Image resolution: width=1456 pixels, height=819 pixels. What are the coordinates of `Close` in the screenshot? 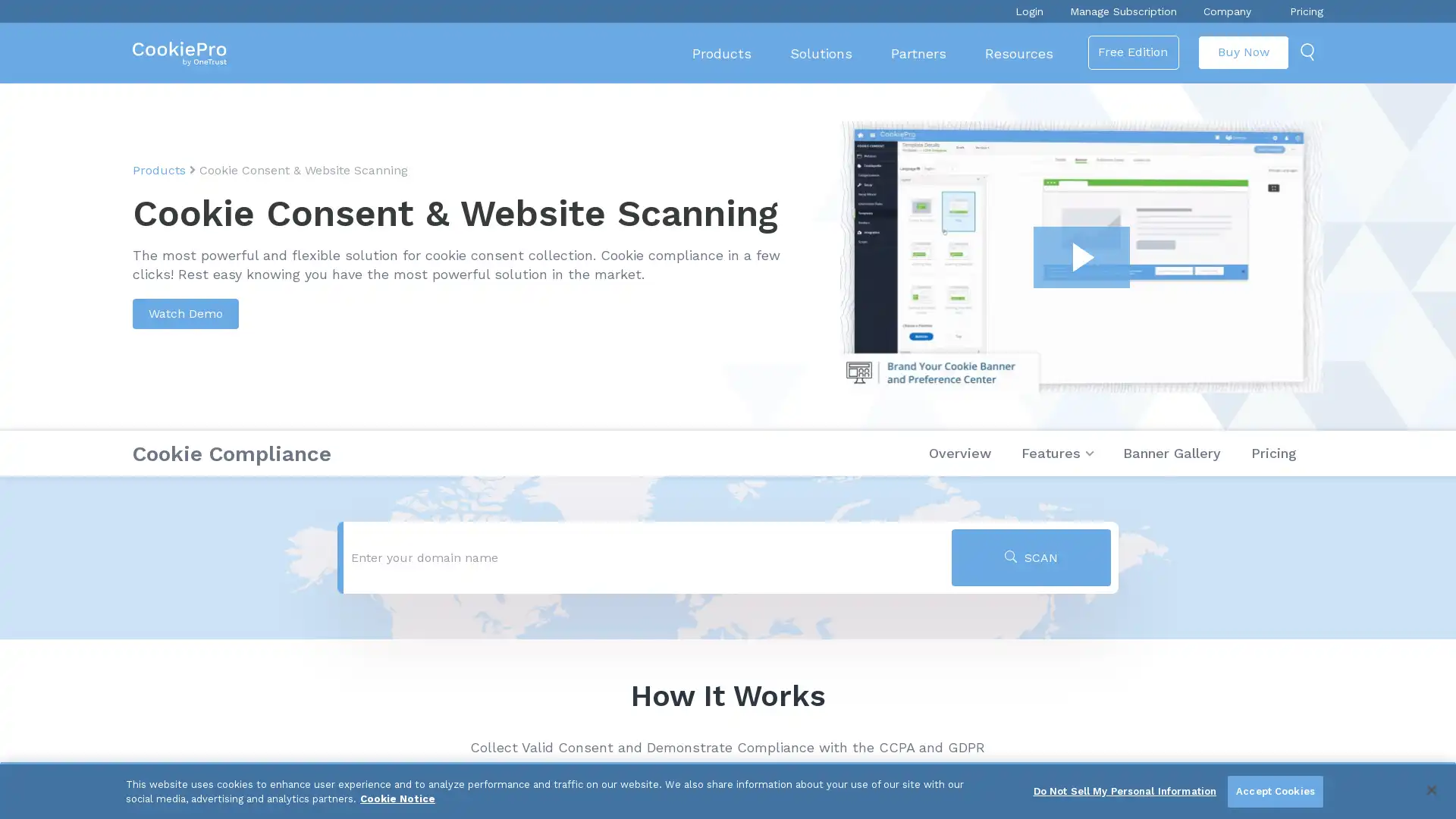 It's located at (1430, 789).